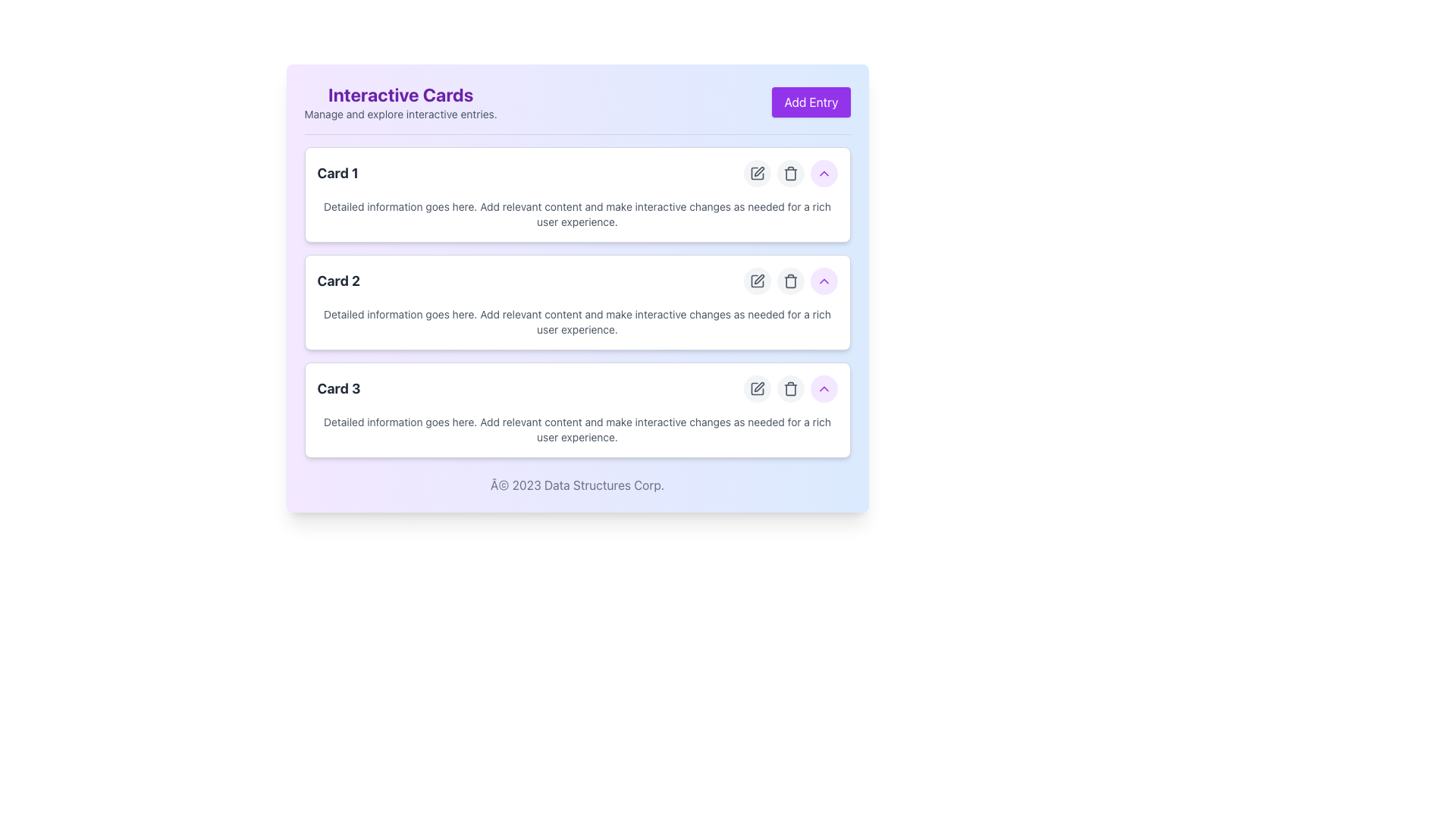  What do you see at coordinates (337, 172) in the screenshot?
I see `the non-interactive text label that serves as the title for the first card, positioned at the top left area of the first card` at bounding box center [337, 172].